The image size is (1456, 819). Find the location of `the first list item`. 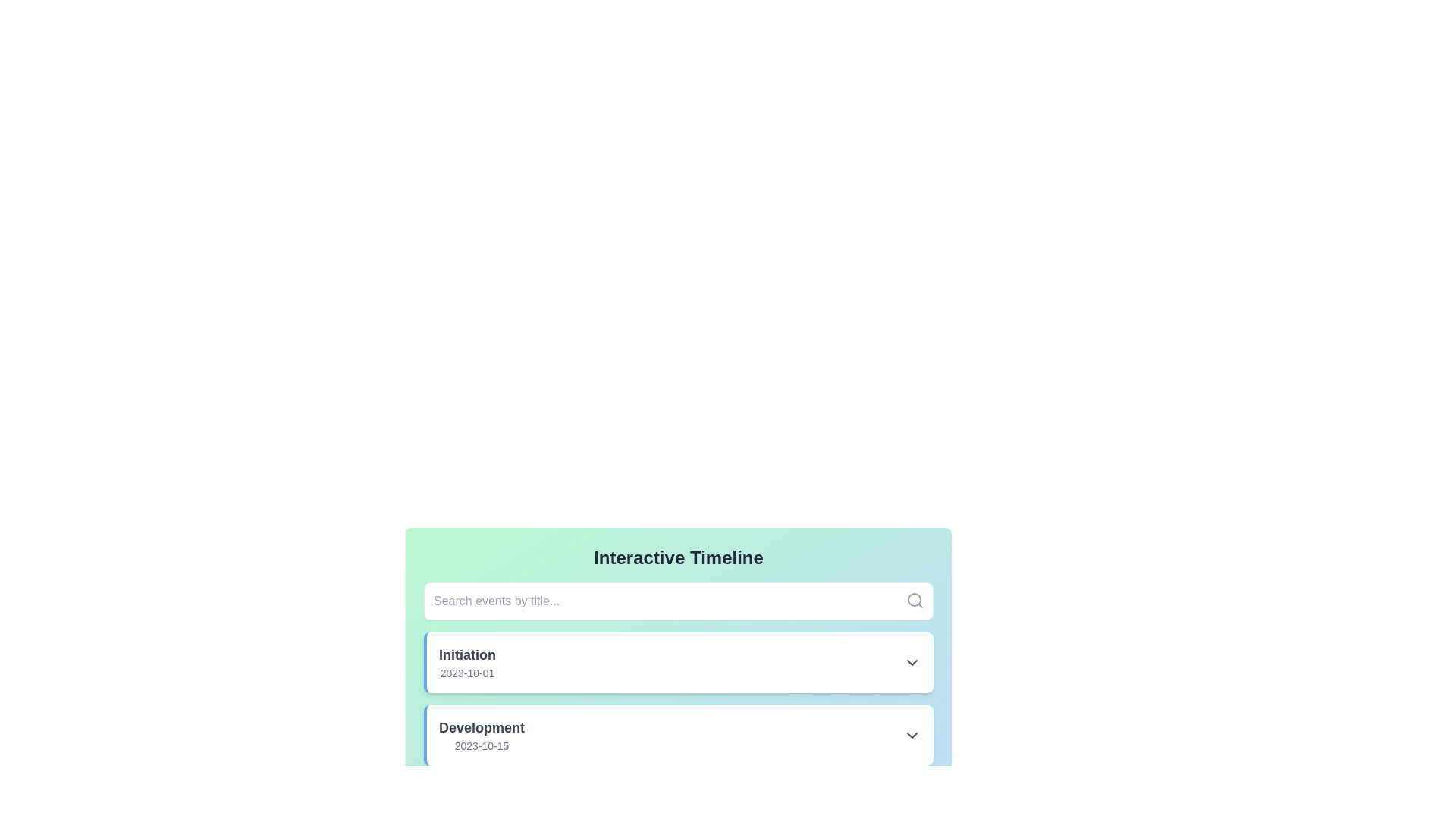

the first list item is located at coordinates (677, 662).